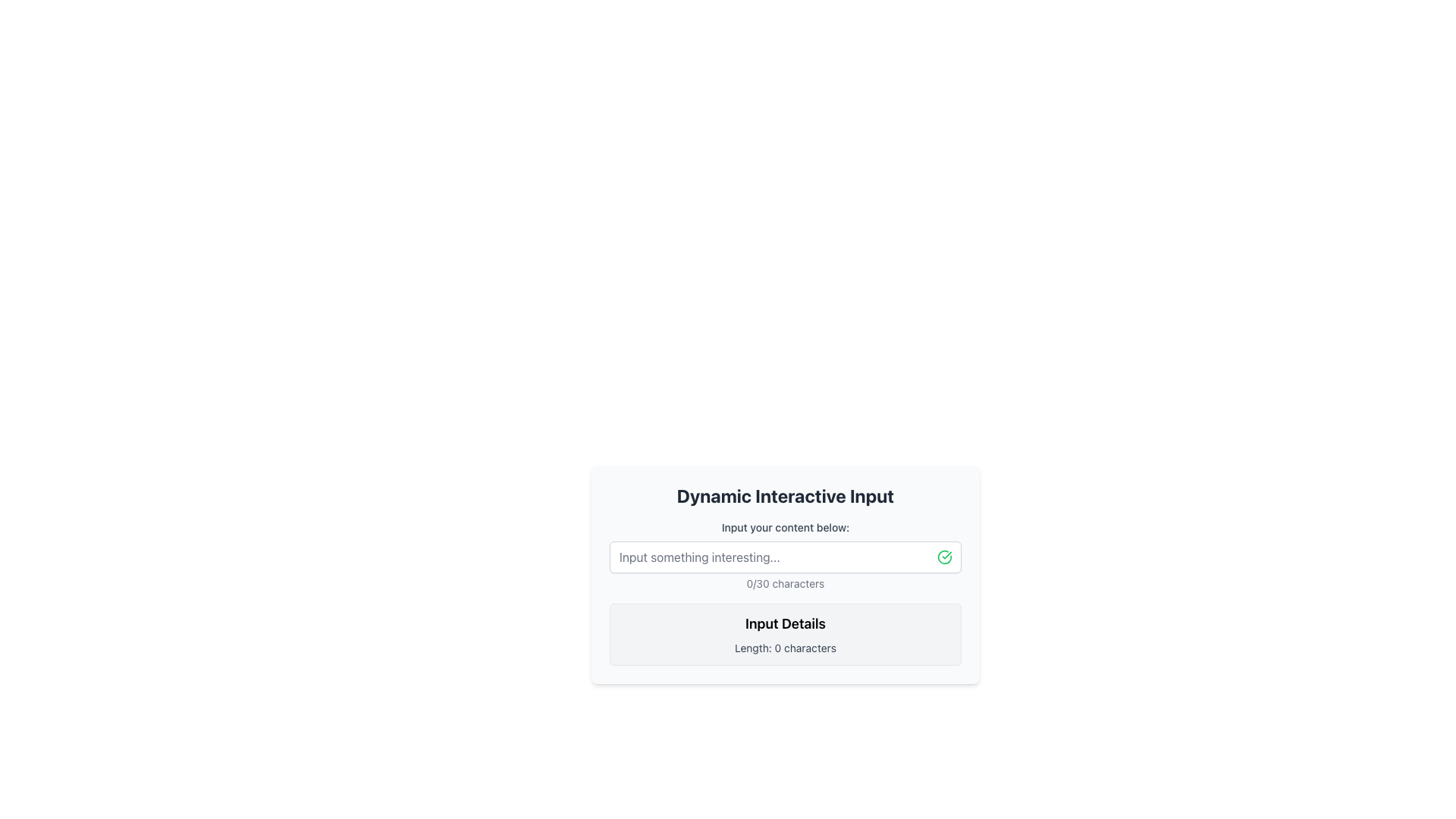  I want to click on the text label displaying '0/30 characters', which is positioned below the input field labeled 'Input your content below', so click(786, 583).